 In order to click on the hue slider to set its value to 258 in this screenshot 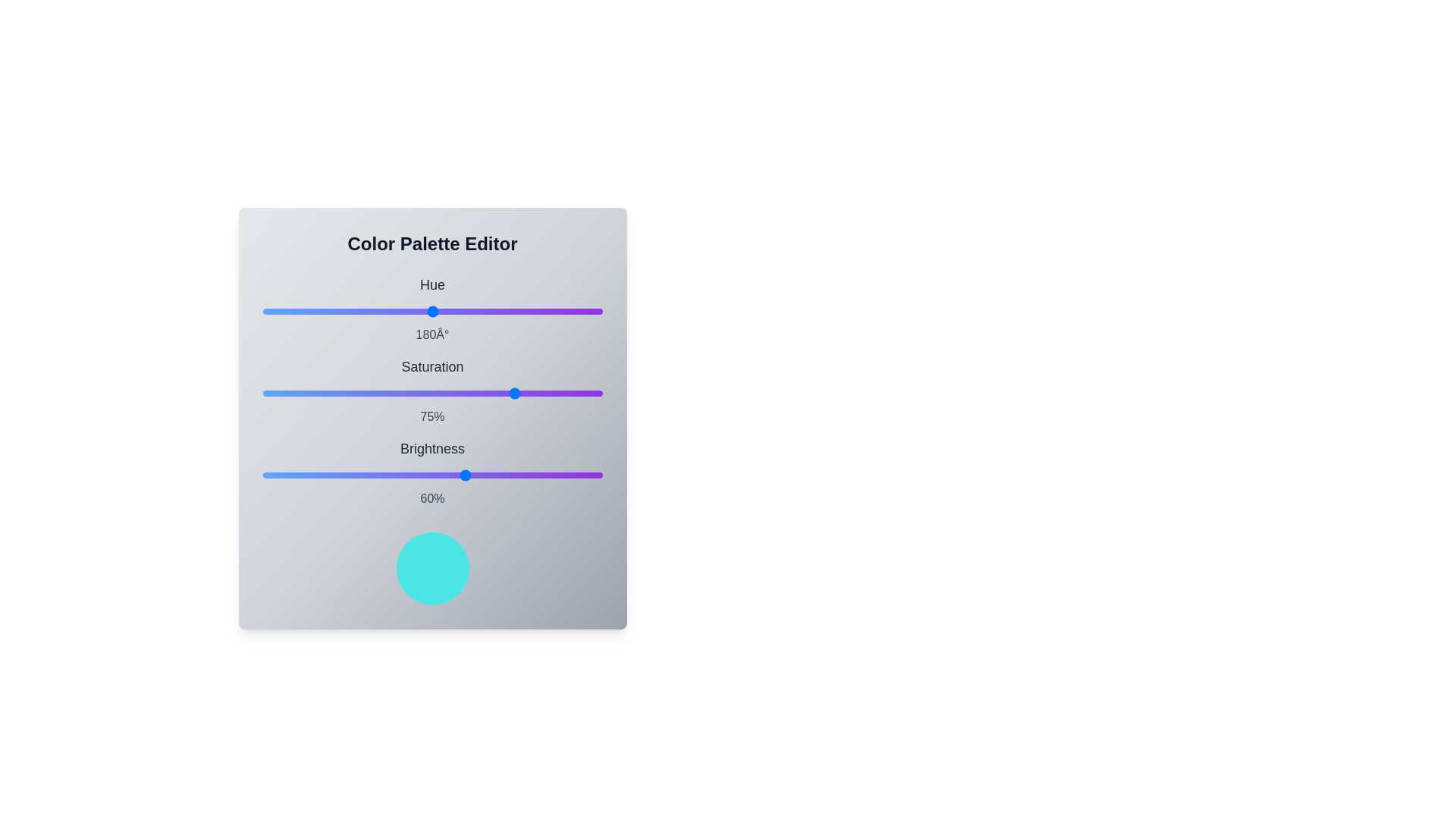, I will do `click(506, 311)`.